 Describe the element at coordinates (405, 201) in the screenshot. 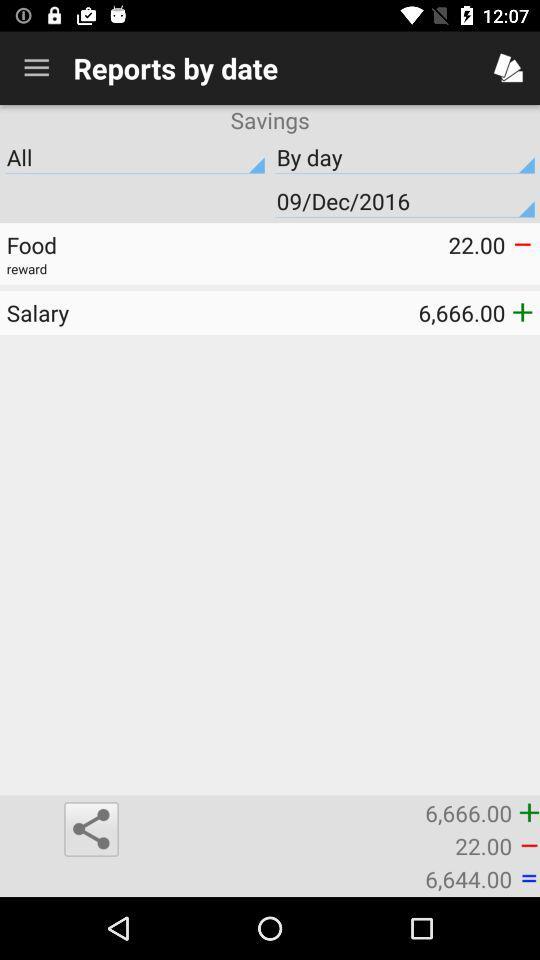

I see `the item next to all icon` at that location.